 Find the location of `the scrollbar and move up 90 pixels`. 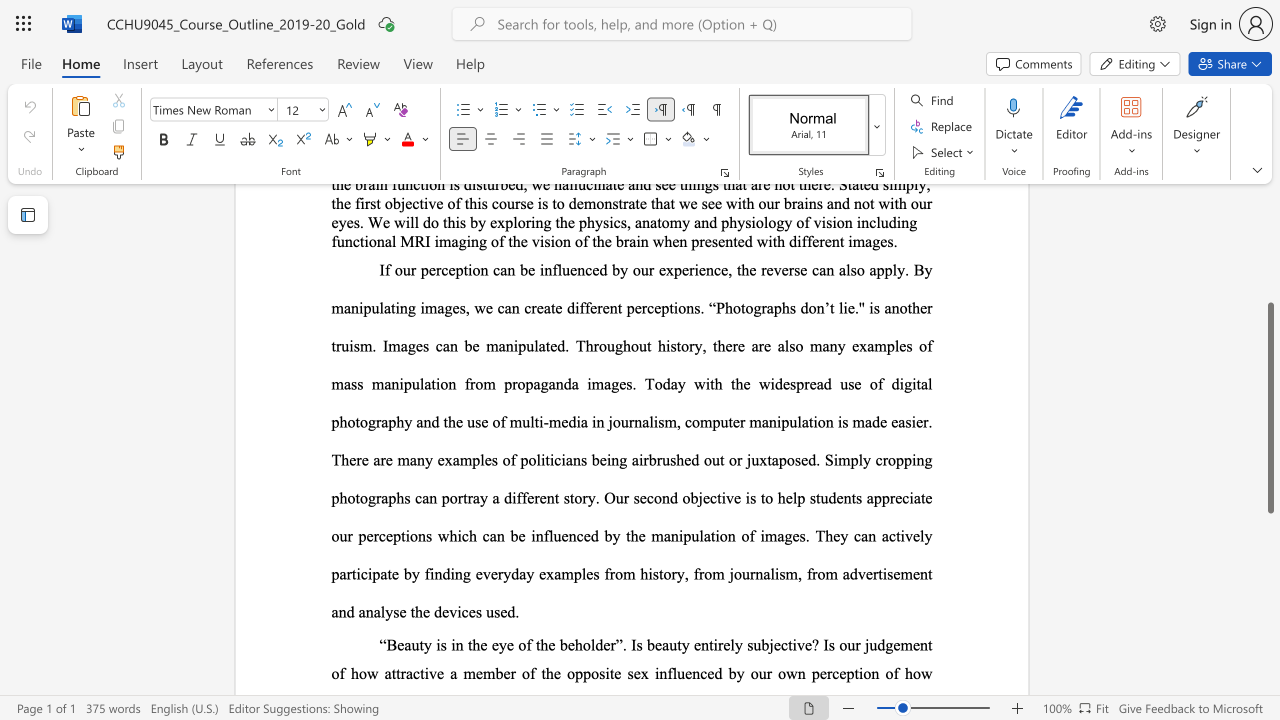

the scrollbar and move up 90 pixels is located at coordinates (1269, 407).